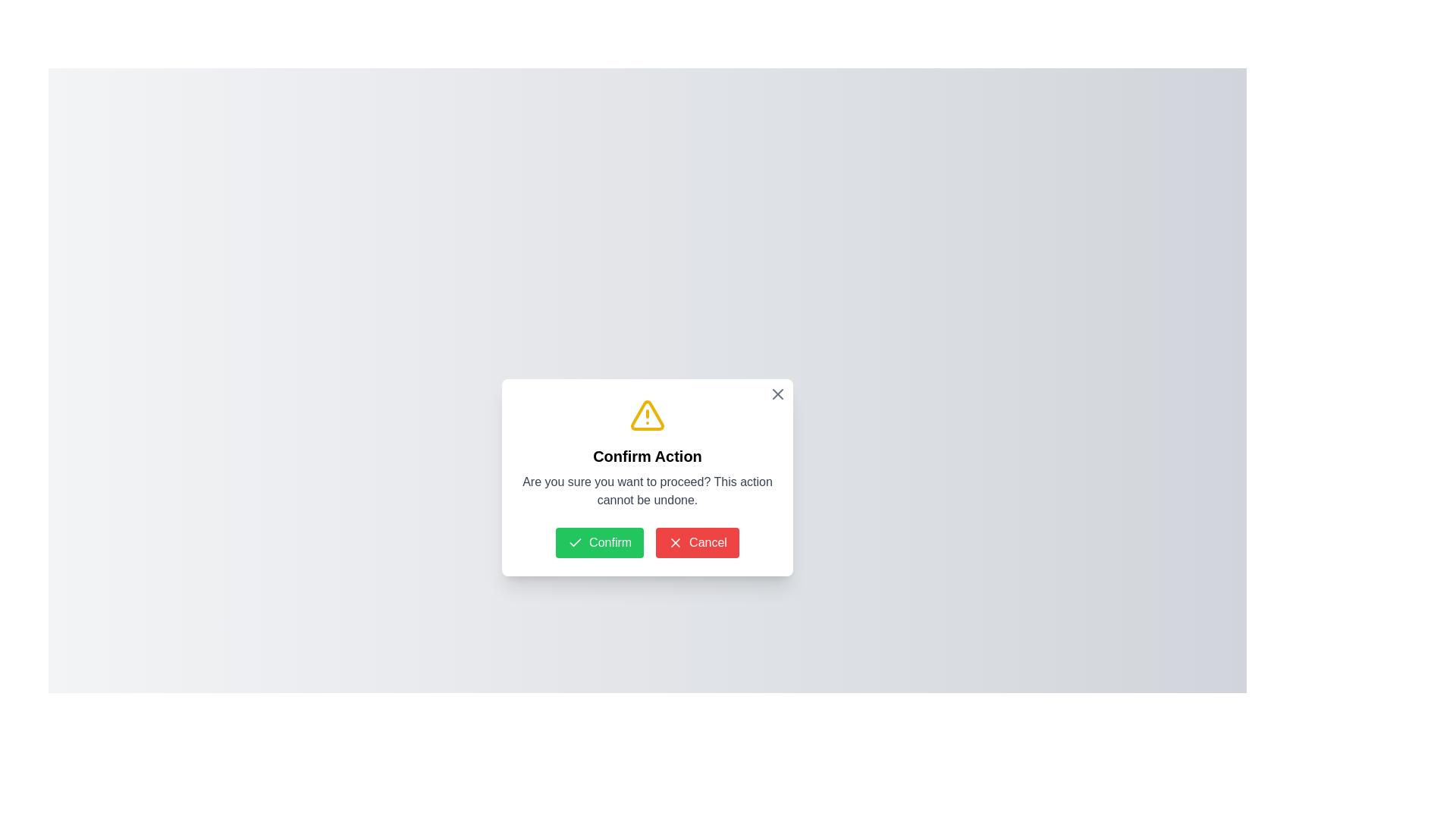 The width and height of the screenshot is (1456, 819). What do you see at coordinates (778, 396) in the screenshot?
I see `the close button (X) located at the top-right corner of the modal window` at bounding box center [778, 396].